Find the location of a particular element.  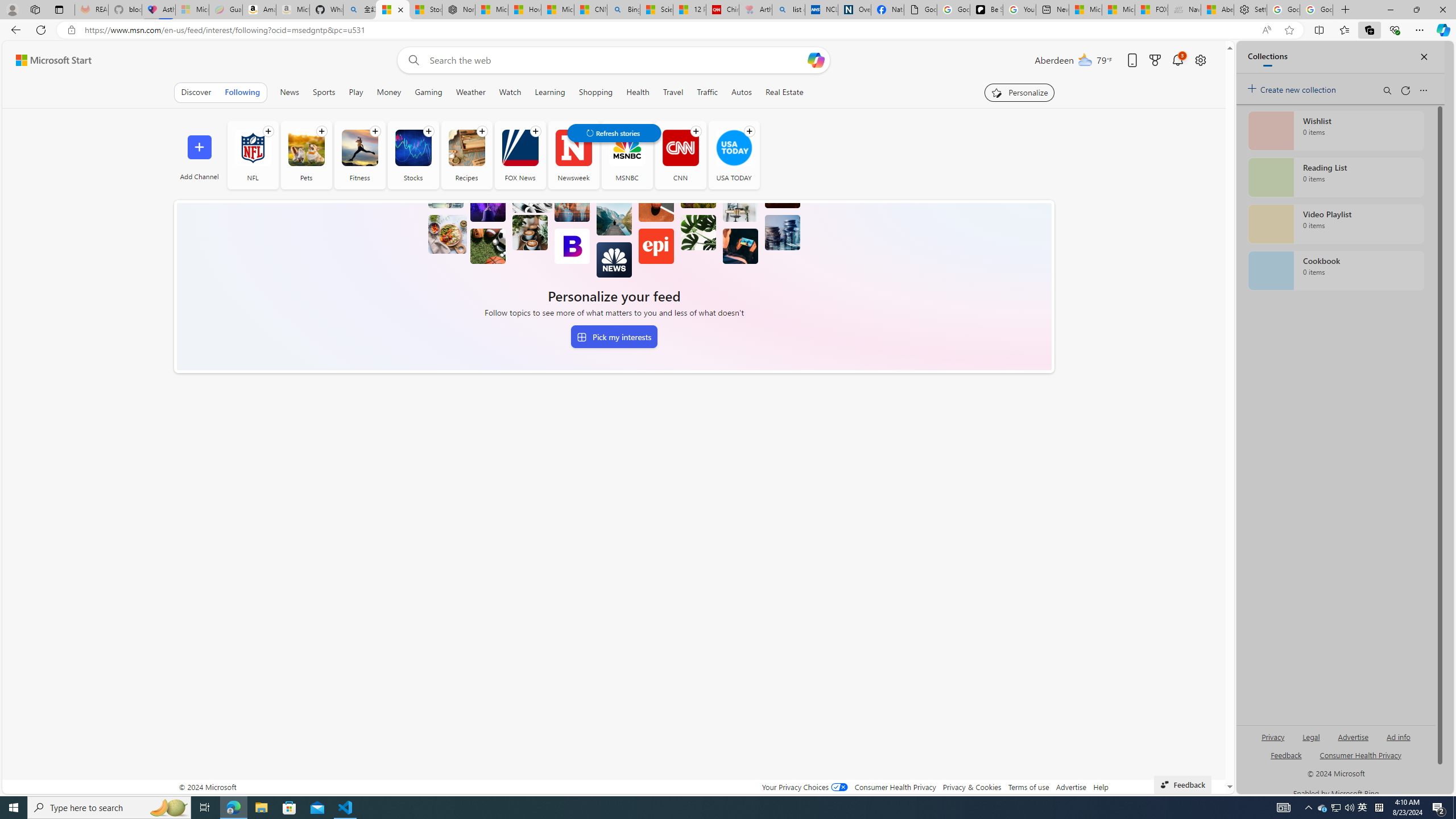

'Pets' is located at coordinates (306, 147).